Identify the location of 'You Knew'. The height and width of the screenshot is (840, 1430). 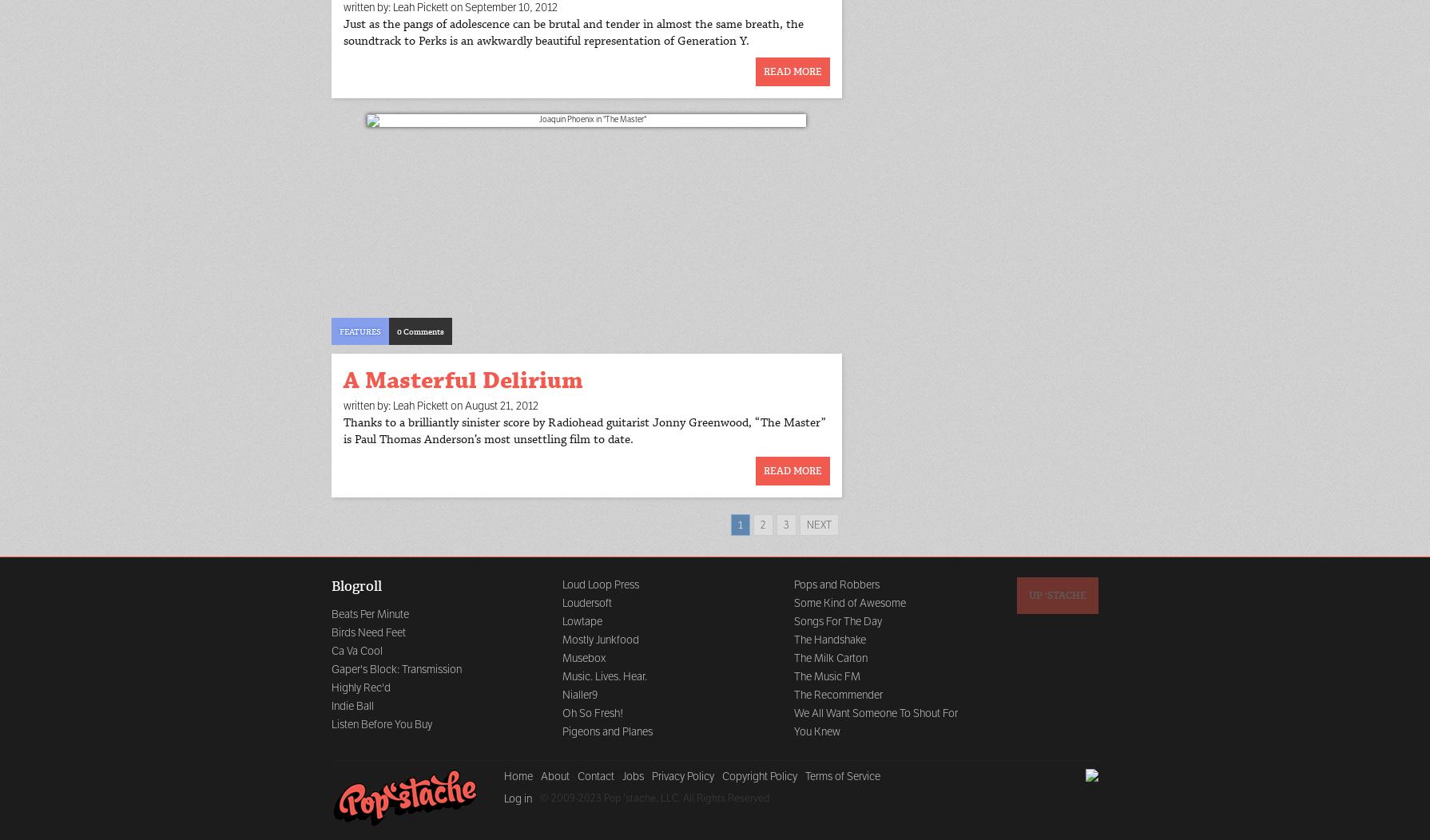
(816, 731).